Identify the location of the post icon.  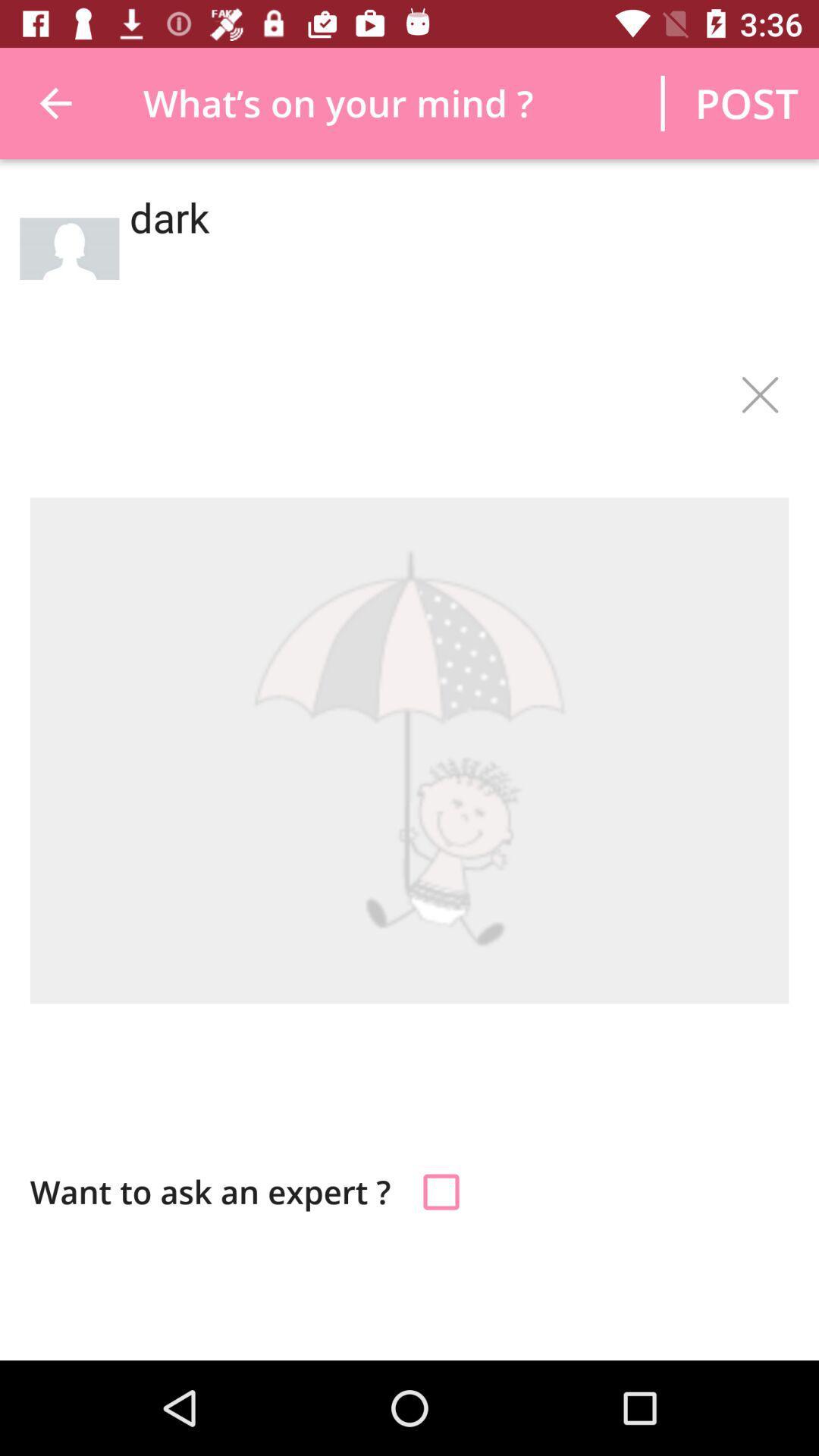
(745, 102).